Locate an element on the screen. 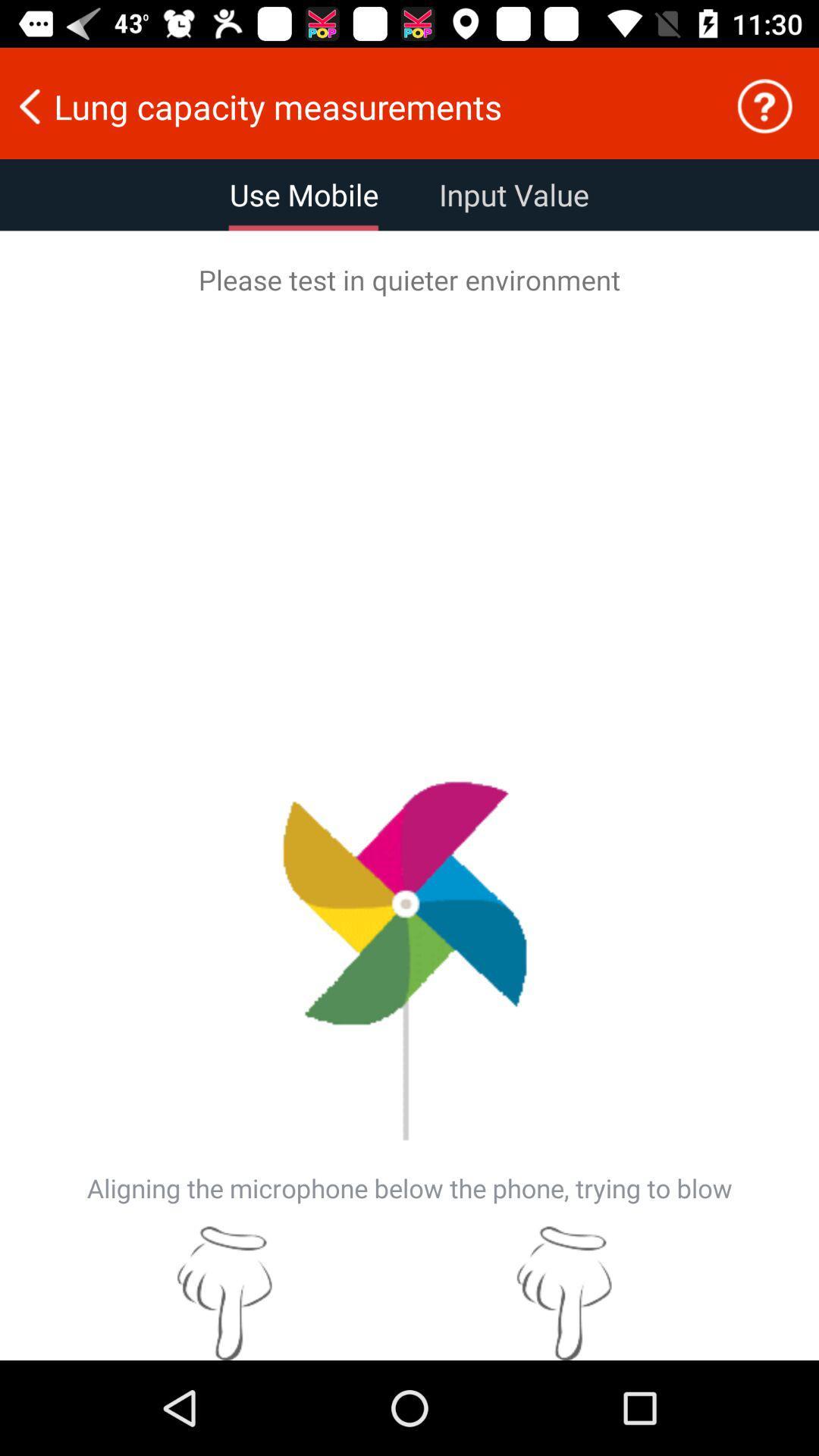 This screenshot has width=819, height=1456. icon at the top right corner is located at coordinates (764, 105).